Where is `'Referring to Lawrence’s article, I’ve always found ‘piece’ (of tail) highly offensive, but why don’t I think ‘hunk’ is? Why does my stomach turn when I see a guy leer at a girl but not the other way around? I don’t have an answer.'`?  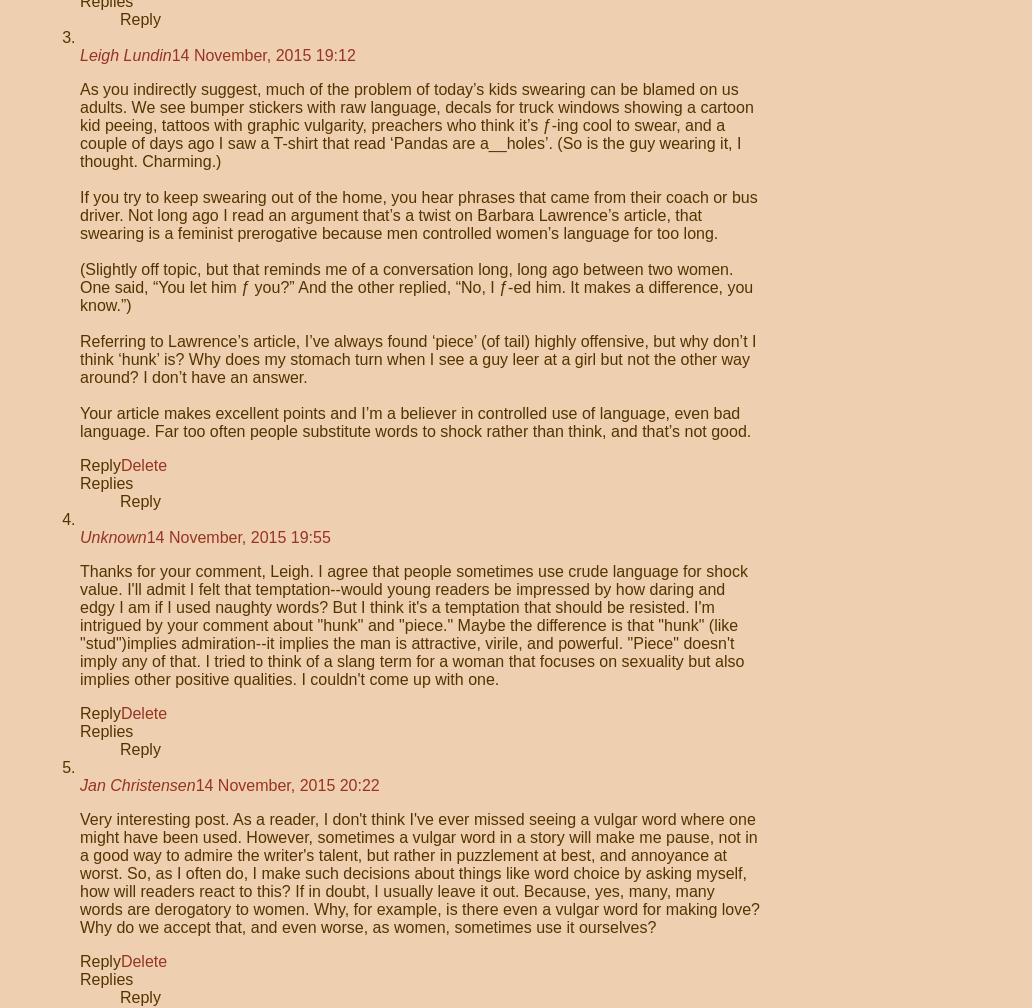 'Referring to Lawrence’s article, I’ve always found ‘piece’ (of tail) highly offensive, but why don’t I think ‘hunk’ is? Why does my stomach turn when I see a guy leer at a girl but not the other way around? I don’t have an answer.' is located at coordinates (416, 359).